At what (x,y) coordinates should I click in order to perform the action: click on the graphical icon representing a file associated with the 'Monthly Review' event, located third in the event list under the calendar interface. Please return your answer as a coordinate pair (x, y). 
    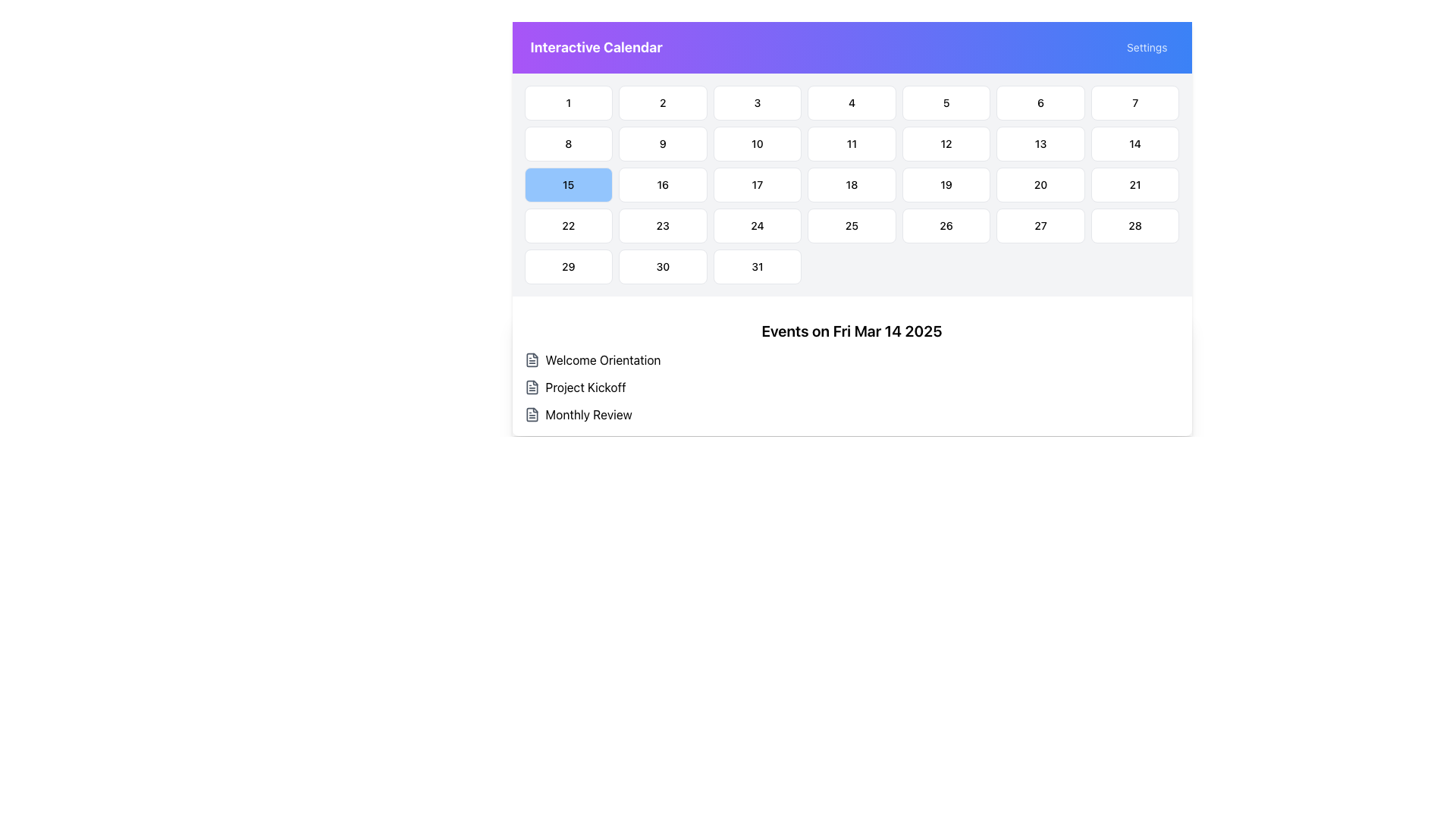
    Looking at the image, I should click on (532, 415).